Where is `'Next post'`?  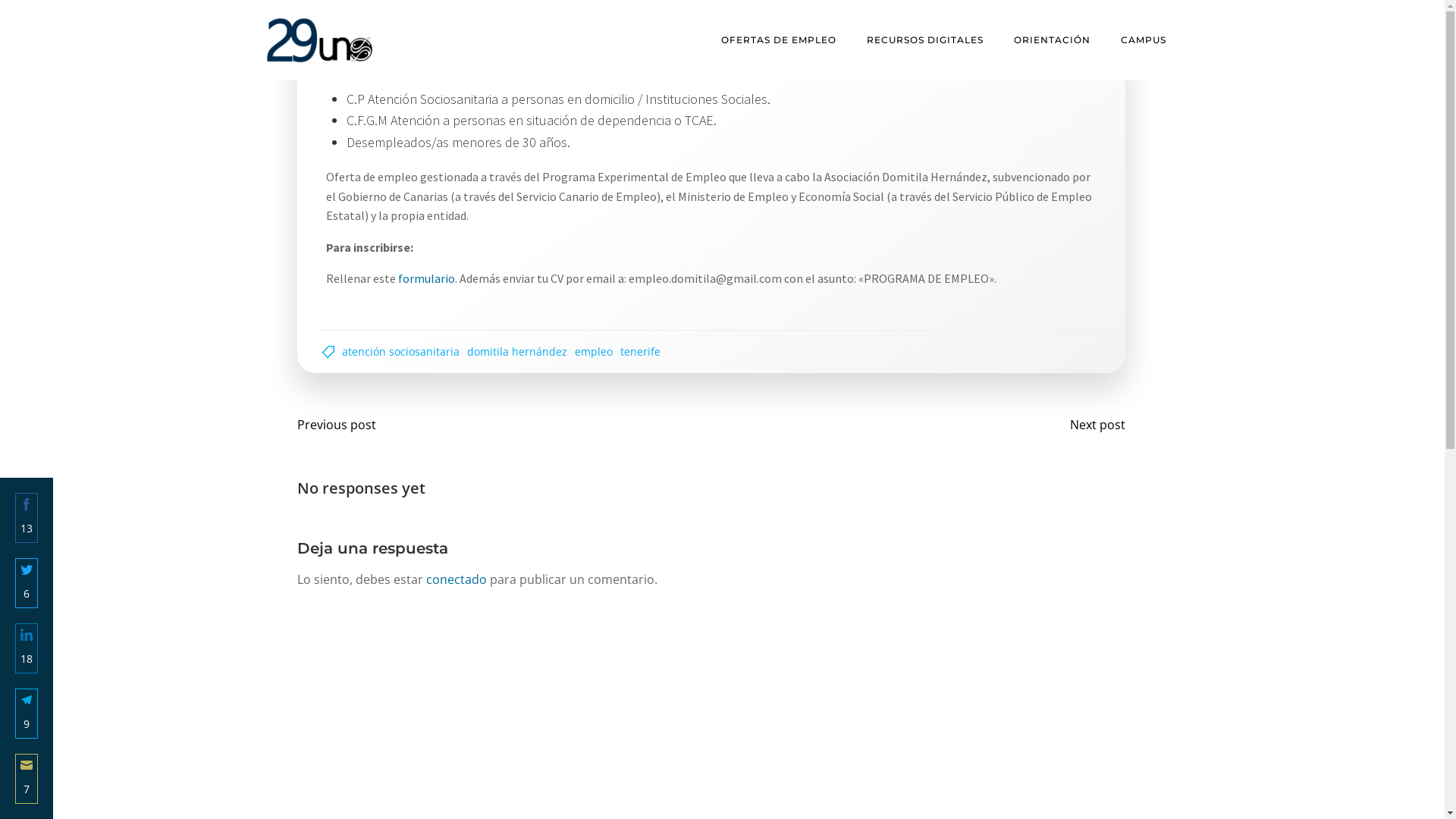 'Next post' is located at coordinates (1061, 424).